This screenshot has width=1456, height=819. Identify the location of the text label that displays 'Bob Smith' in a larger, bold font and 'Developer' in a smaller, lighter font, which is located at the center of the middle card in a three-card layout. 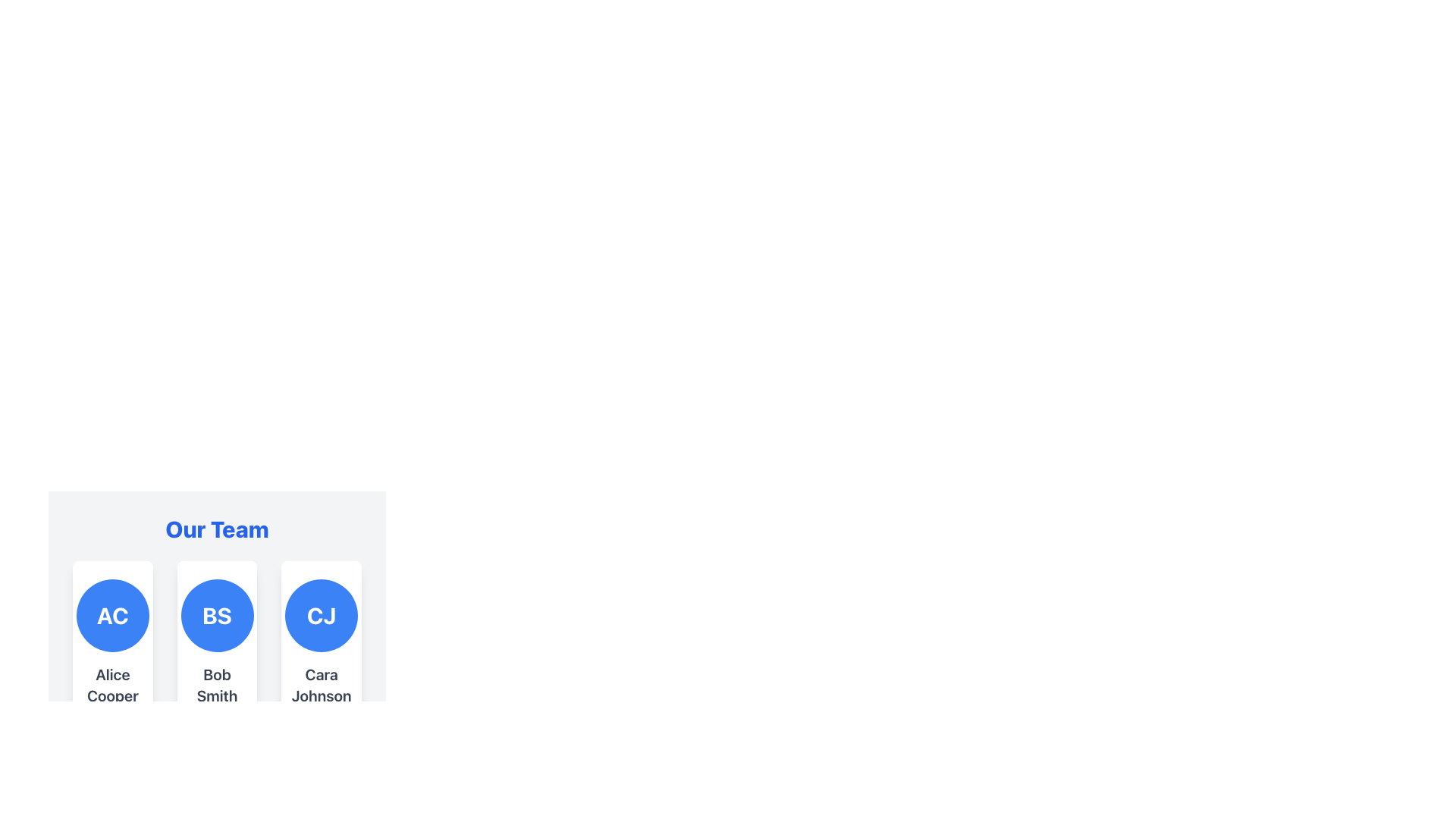
(216, 694).